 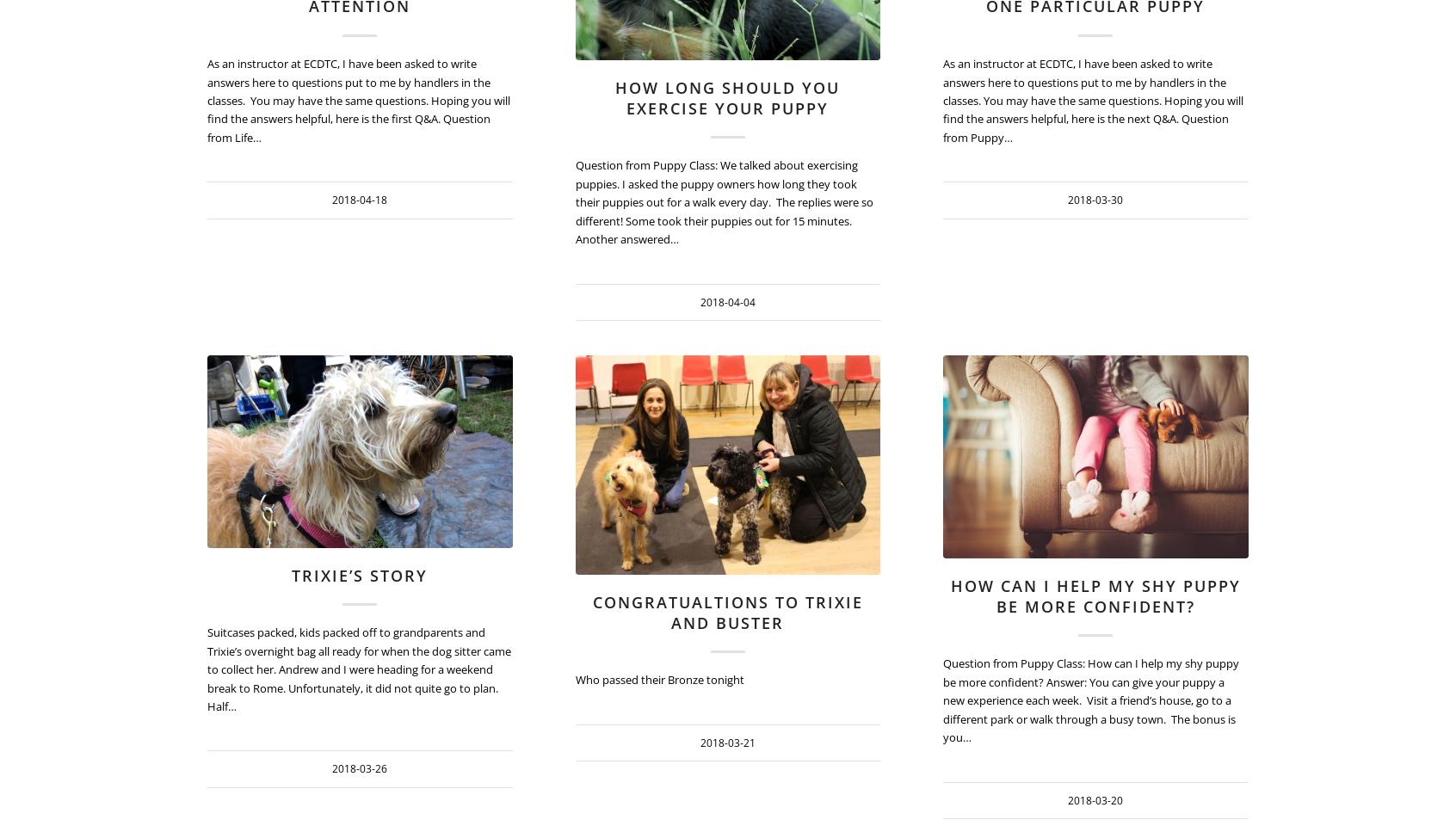 What do you see at coordinates (1090, 700) in the screenshot?
I see `'Question from Puppy Class:

How can I help my shy puppy be more confident?

Answer:

You can give your puppy a new experience each week.  Visit a friend’s house, go to a different park or walk through a busy town.  The bonus is you…'` at bounding box center [1090, 700].